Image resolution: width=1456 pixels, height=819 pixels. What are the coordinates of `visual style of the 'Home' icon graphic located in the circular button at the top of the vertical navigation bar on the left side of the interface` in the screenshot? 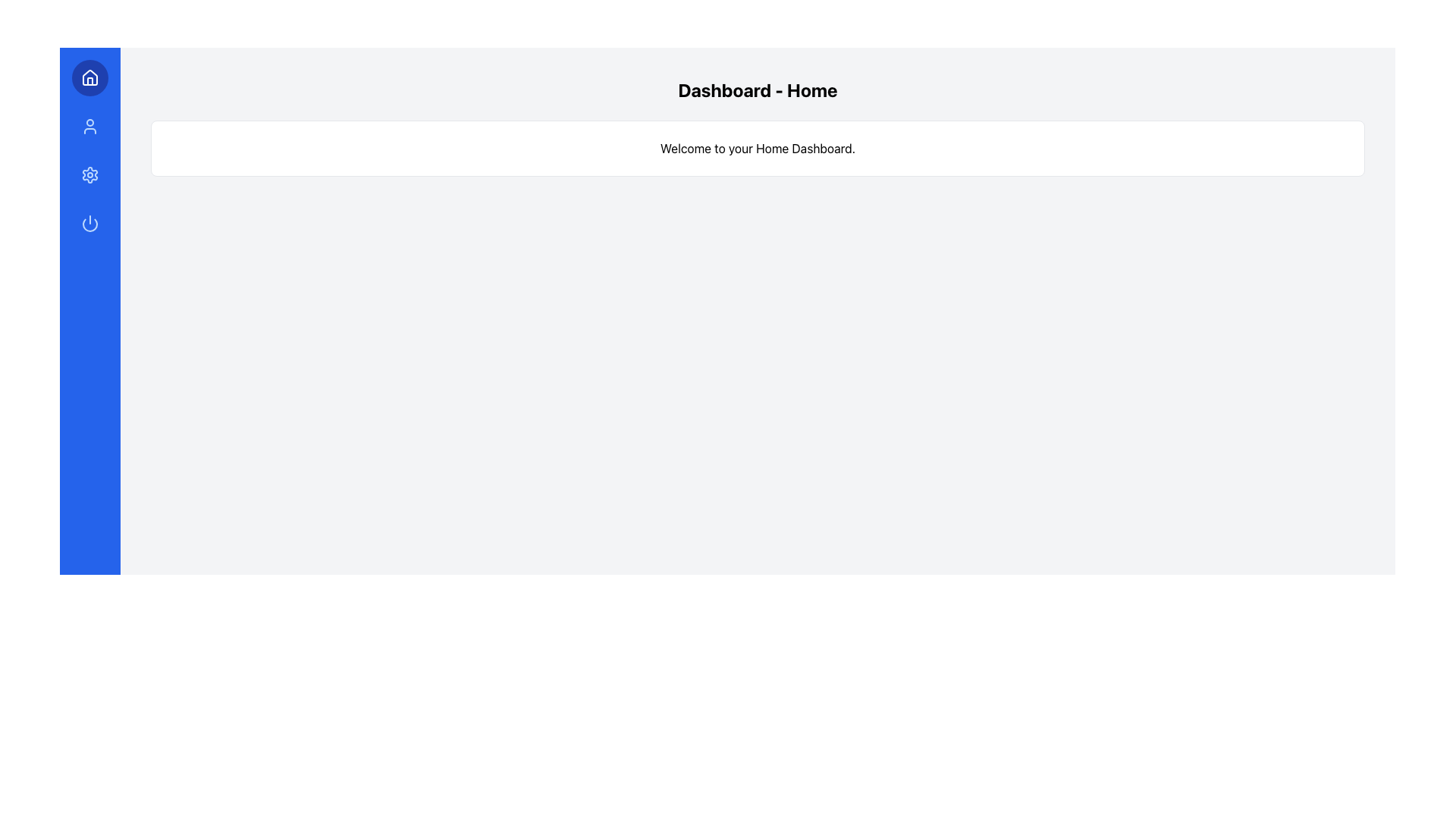 It's located at (89, 77).